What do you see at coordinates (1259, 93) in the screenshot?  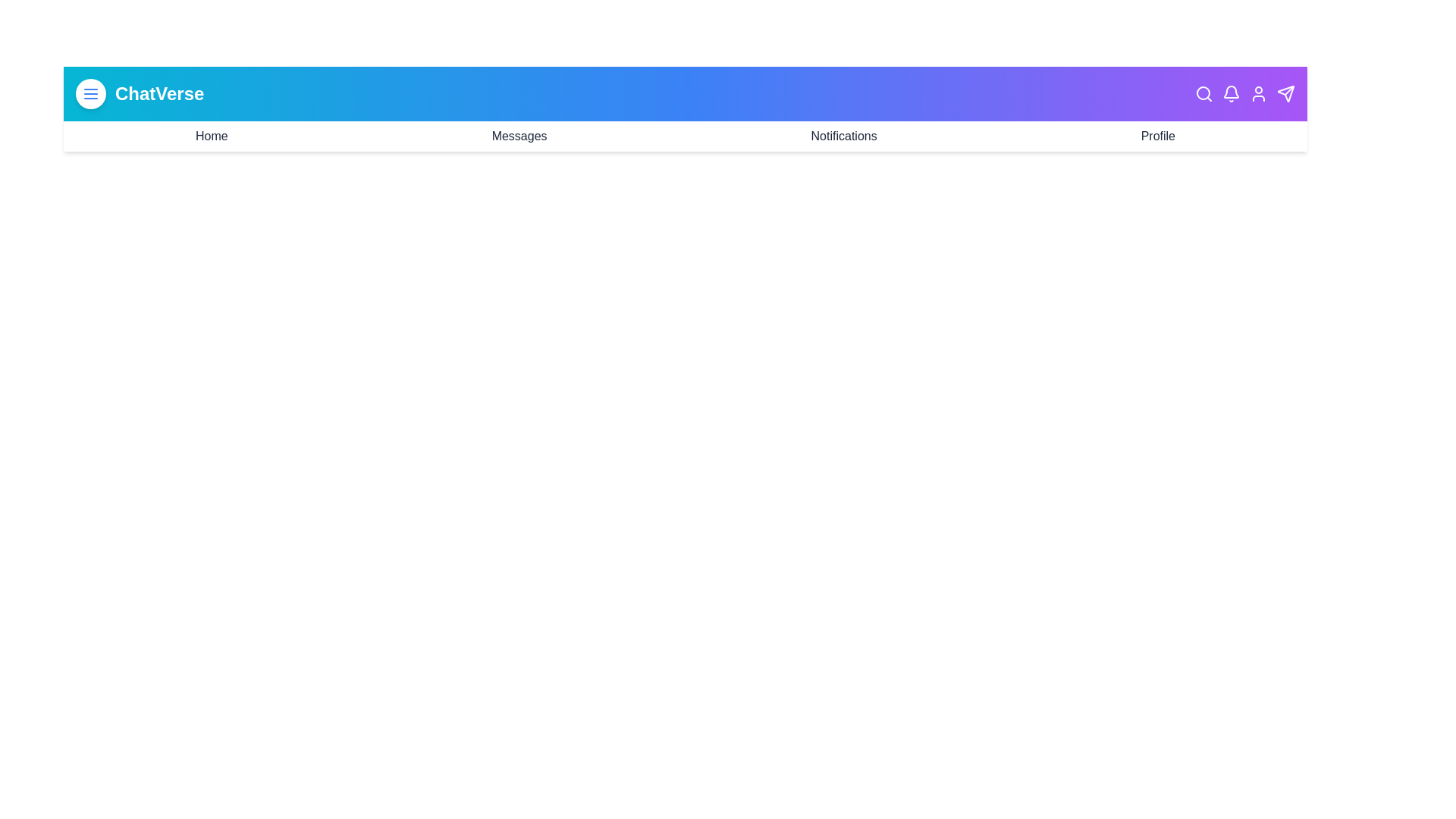 I see `the User icon in the header` at bounding box center [1259, 93].